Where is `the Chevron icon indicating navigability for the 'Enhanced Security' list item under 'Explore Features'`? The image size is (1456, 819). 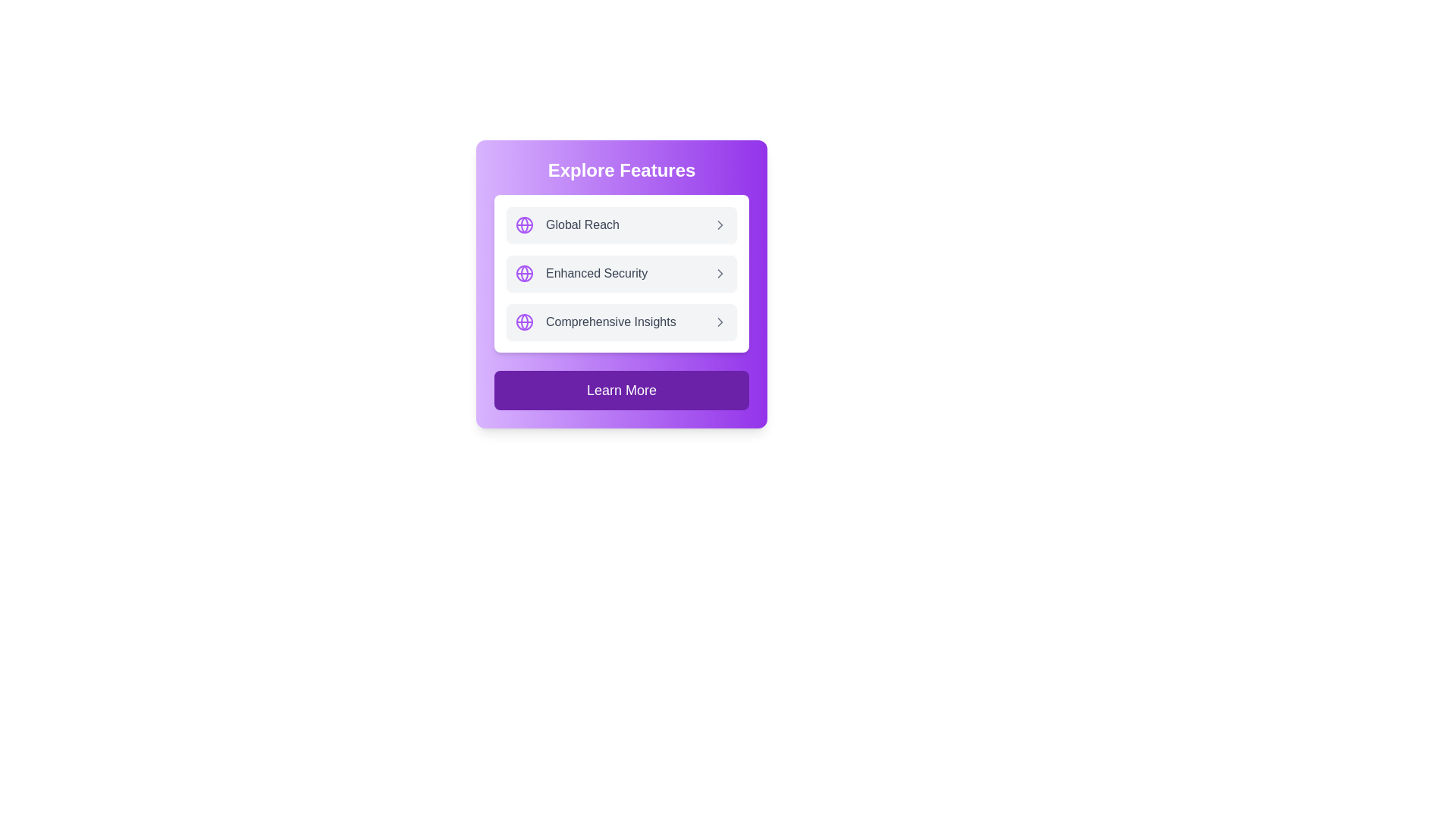
the Chevron icon indicating navigability for the 'Enhanced Security' list item under 'Explore Features' is located at coordinates (720, 274).